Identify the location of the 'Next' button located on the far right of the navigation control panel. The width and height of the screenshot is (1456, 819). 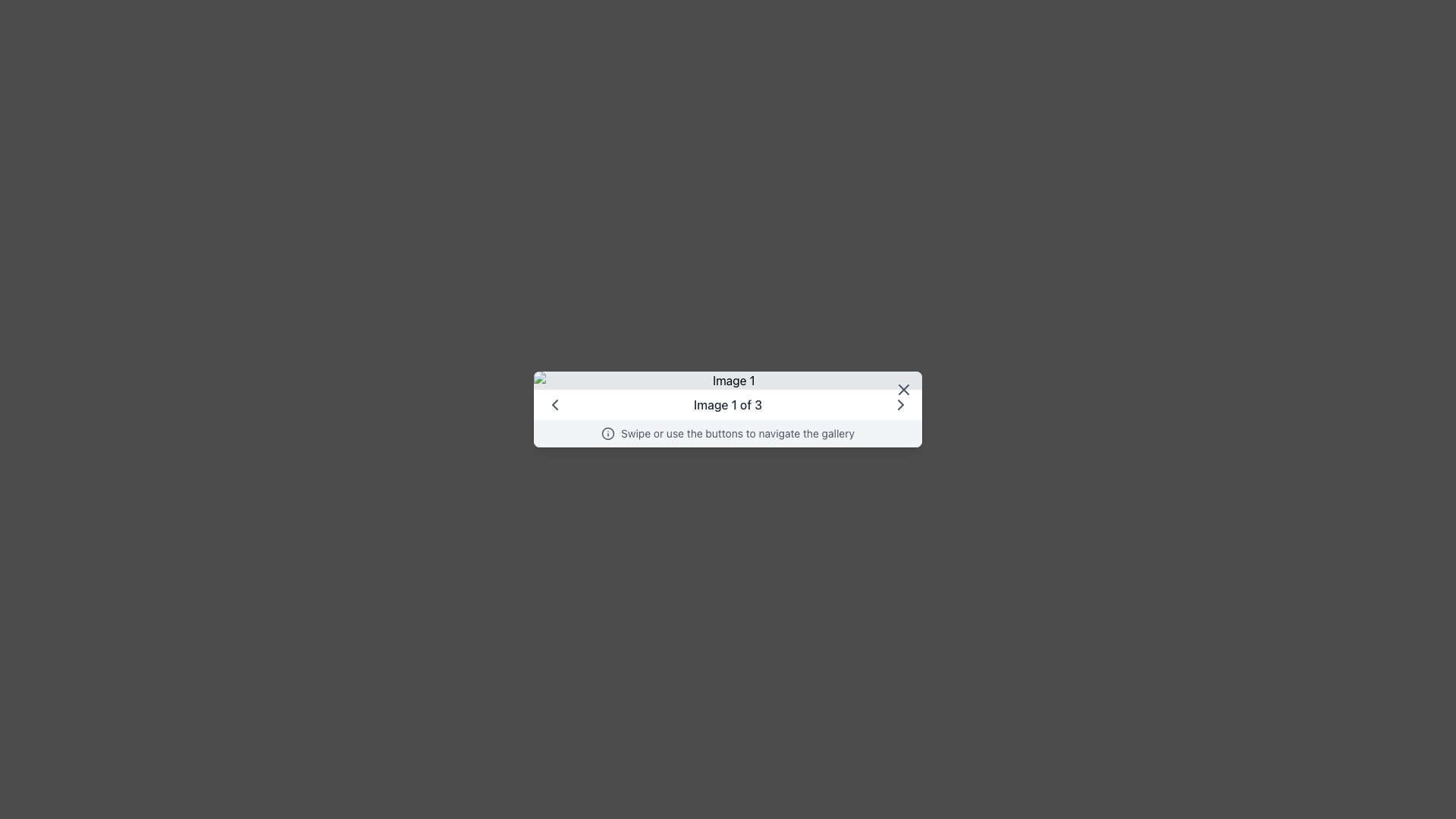
(901, 403).